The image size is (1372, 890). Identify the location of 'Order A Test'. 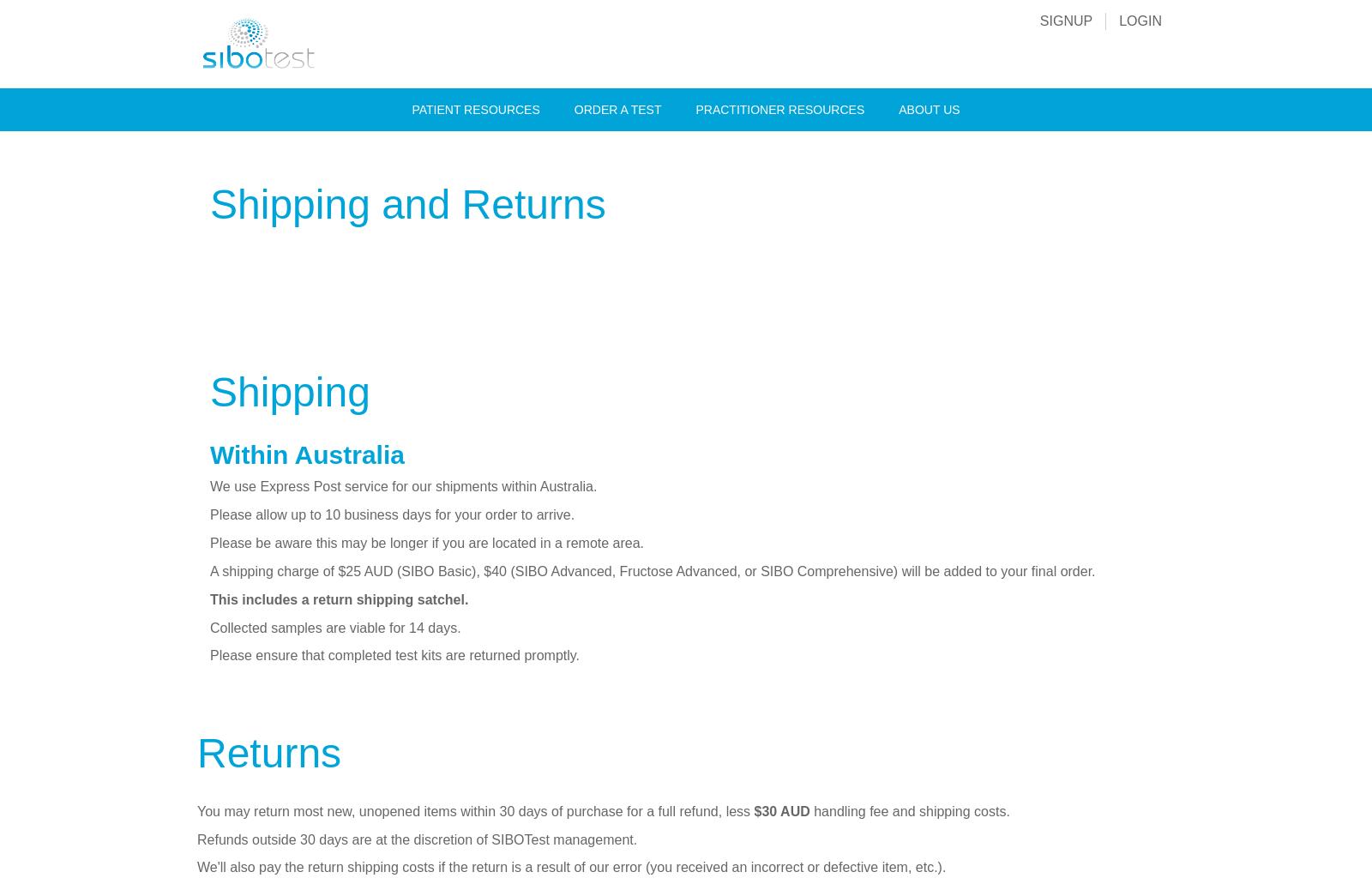
(617, 108).